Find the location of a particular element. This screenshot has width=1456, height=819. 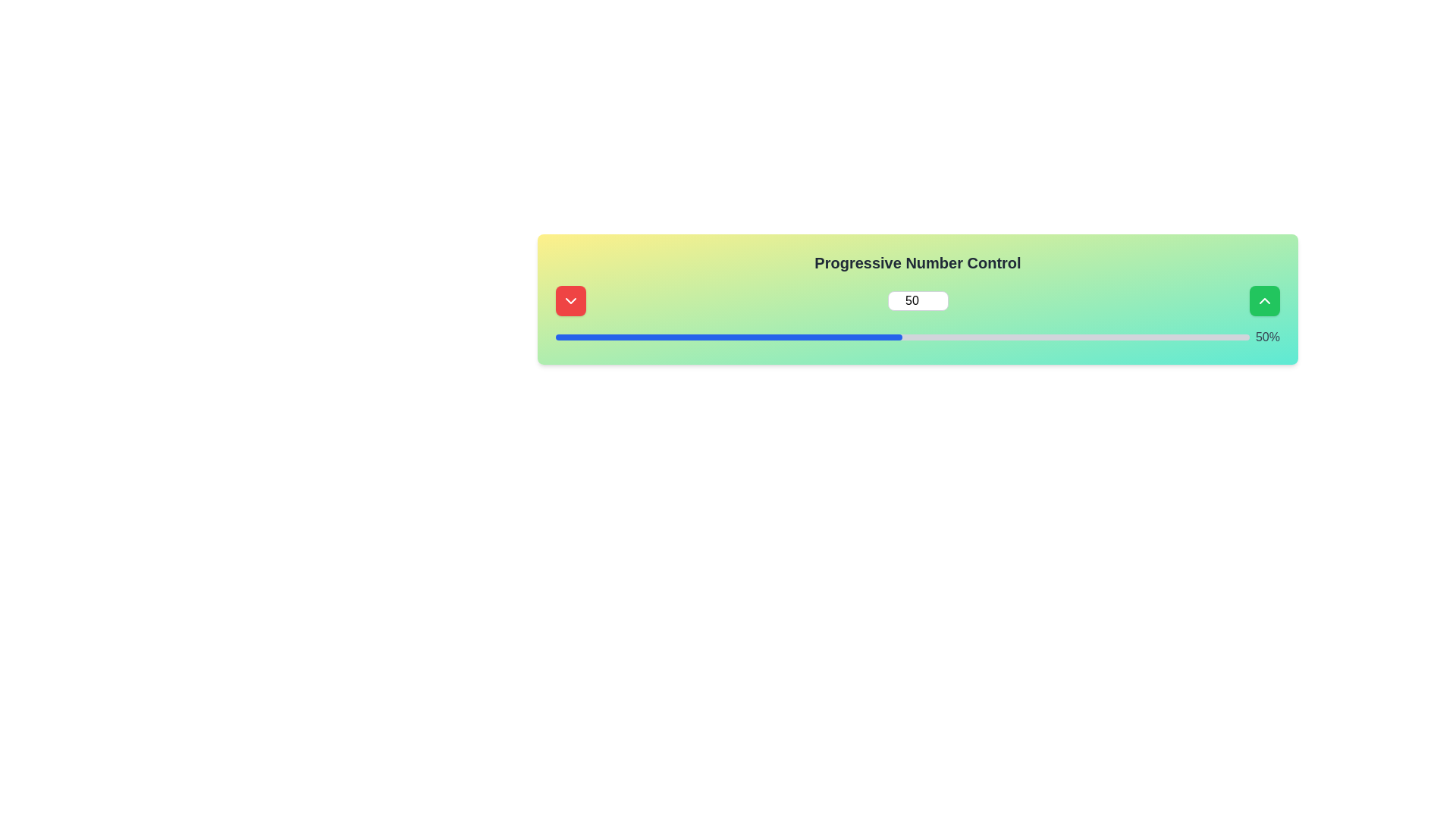

the slider is located at coordinates (742, 336).